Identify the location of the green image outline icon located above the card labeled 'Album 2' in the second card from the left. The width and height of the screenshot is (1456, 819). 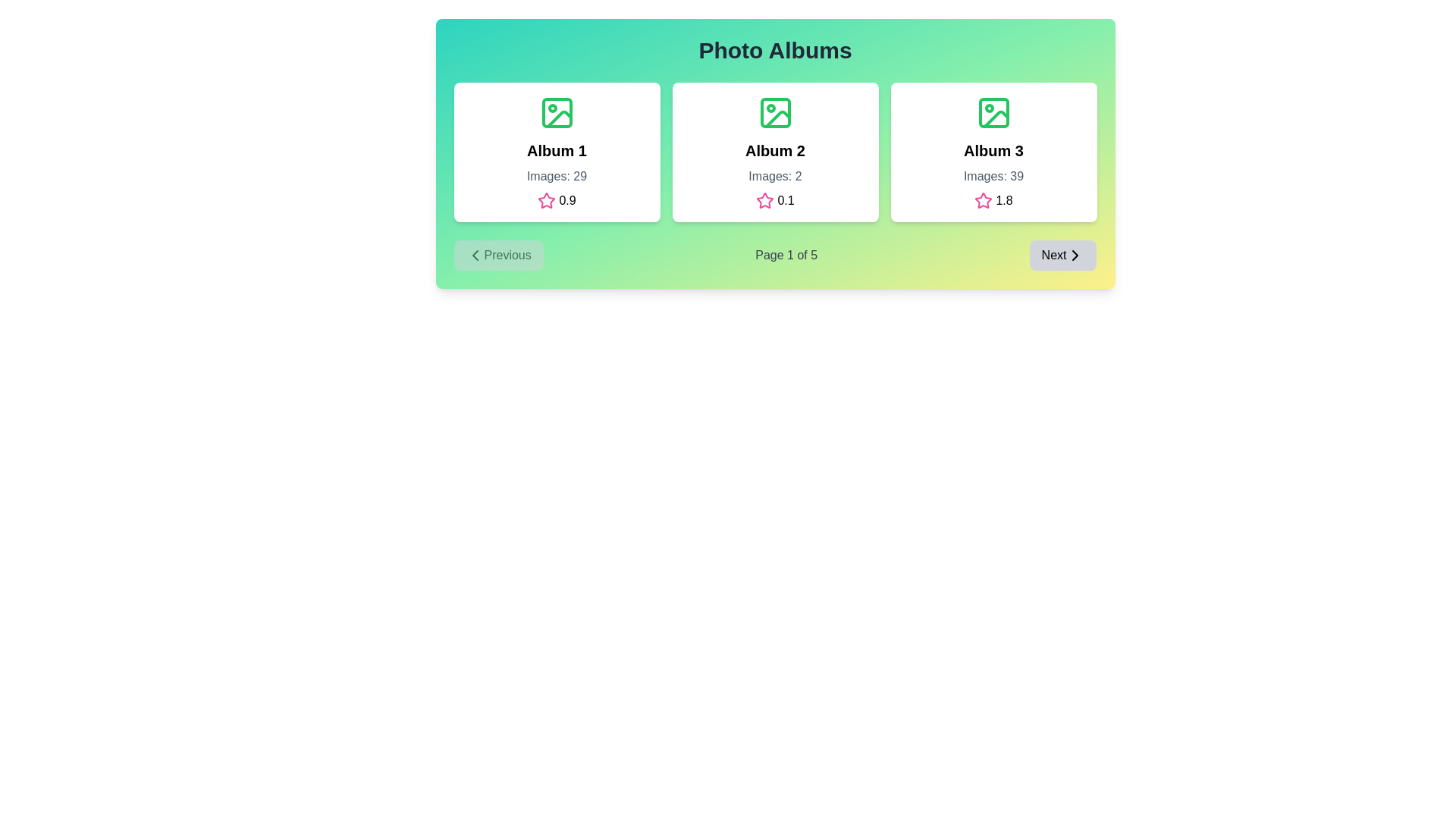
(775, 112).